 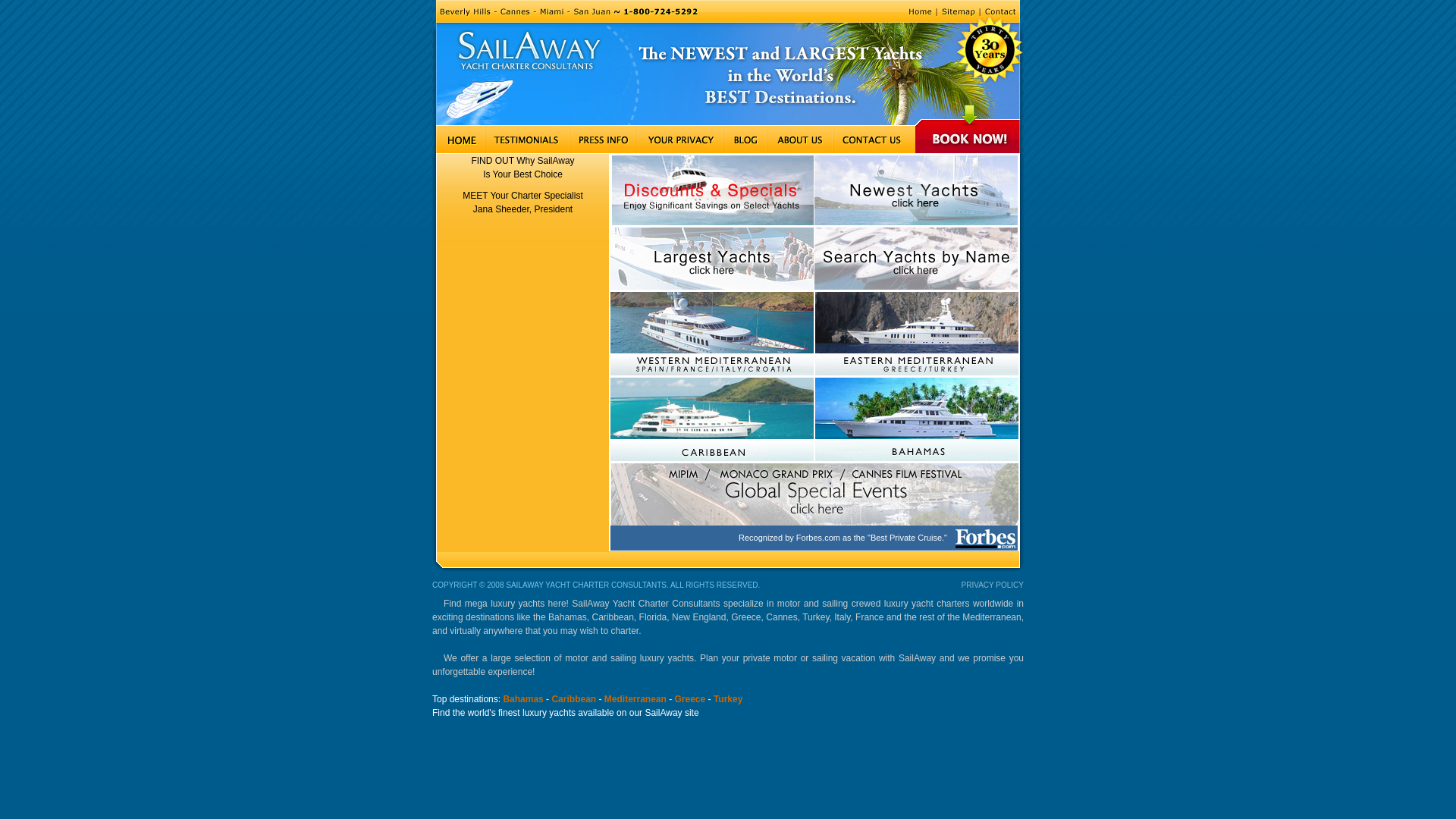 What do you see at coordinates (874, 140) in the screenshot?
I see `'Contact Us'` at bounding box center [874, 140].